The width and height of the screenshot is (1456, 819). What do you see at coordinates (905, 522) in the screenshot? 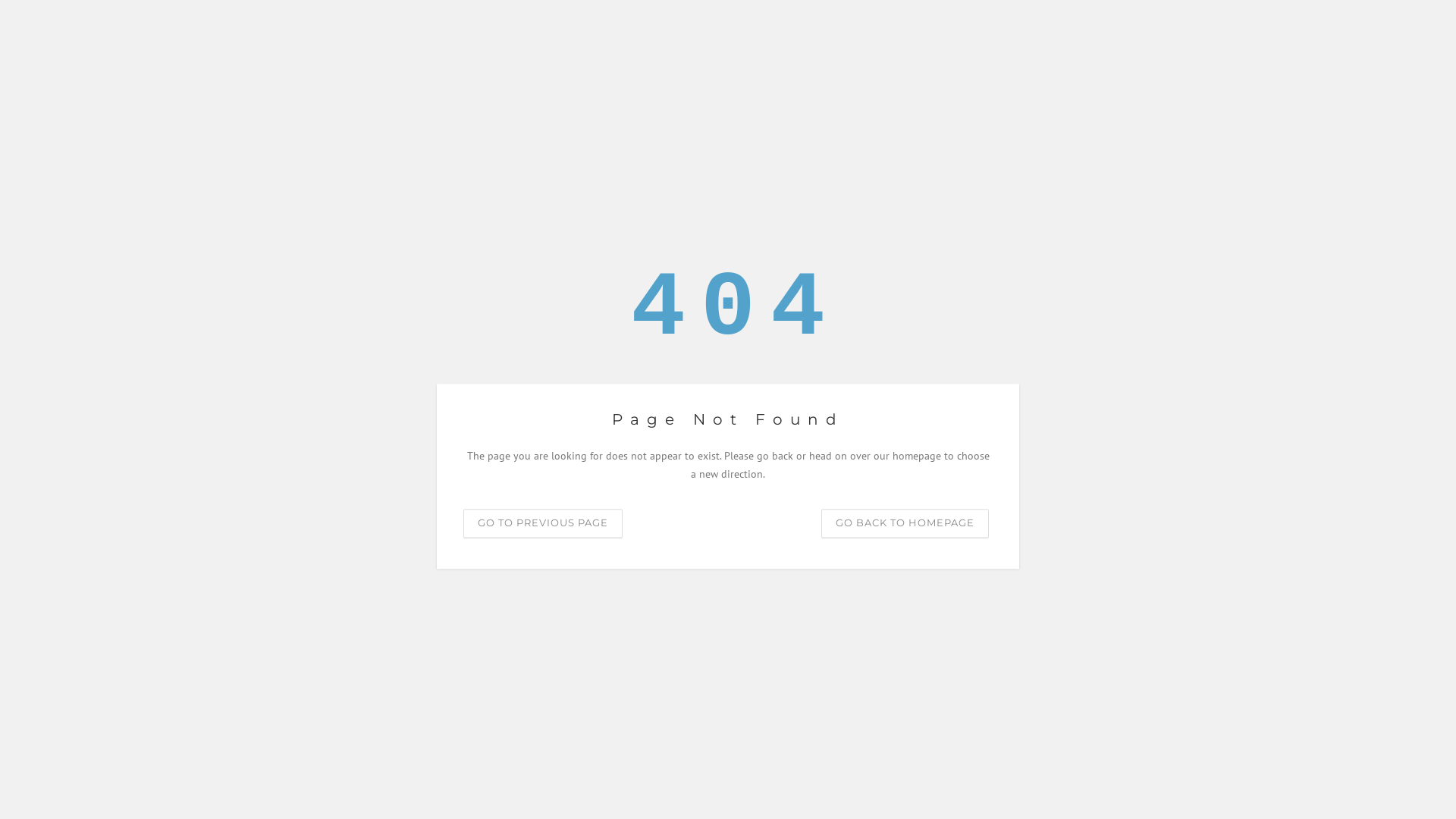
I see `'GO BACK TO HOMEPAGE'` at bounding box center [905, 522].